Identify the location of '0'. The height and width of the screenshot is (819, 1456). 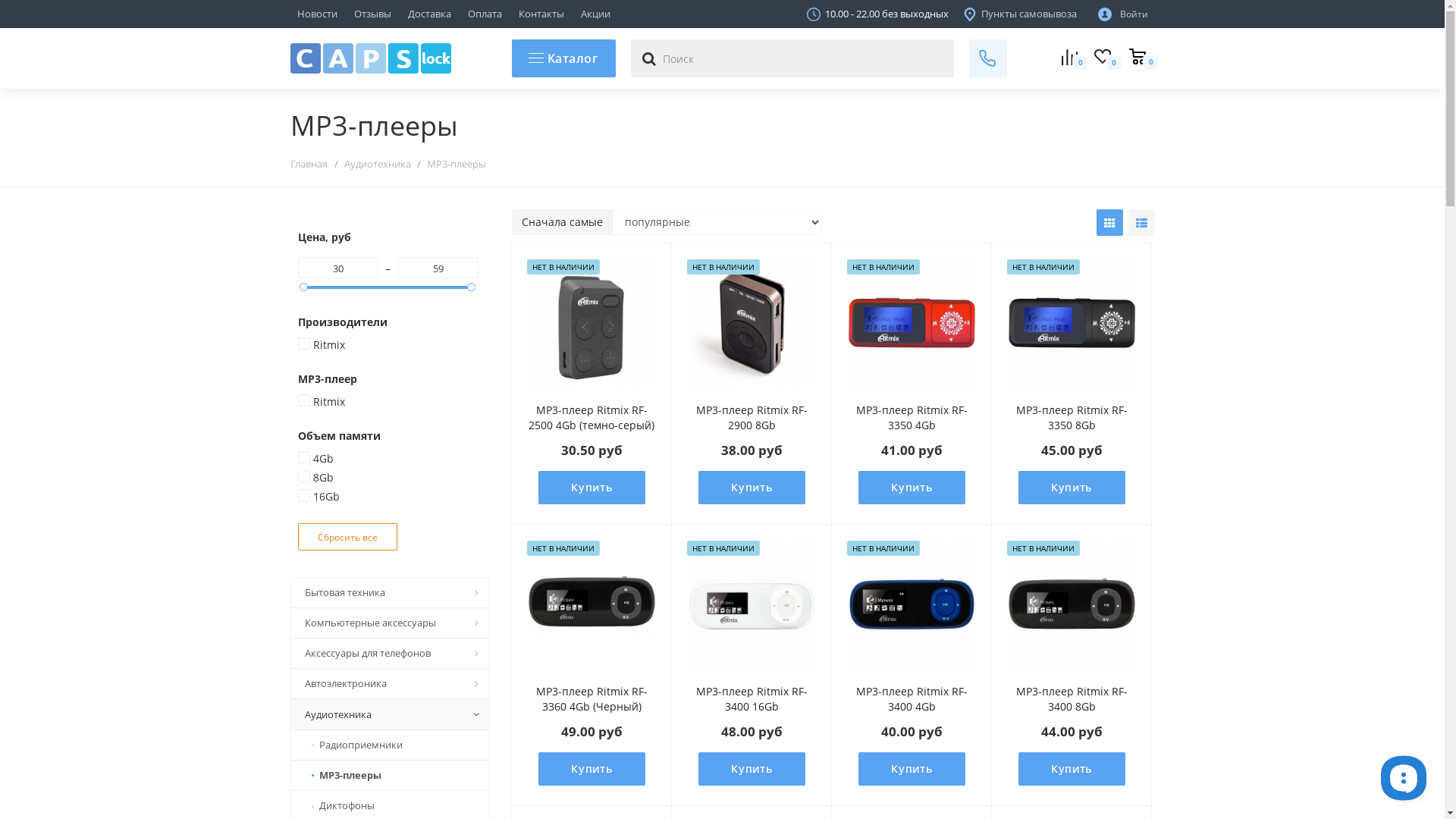
(1136, 57).